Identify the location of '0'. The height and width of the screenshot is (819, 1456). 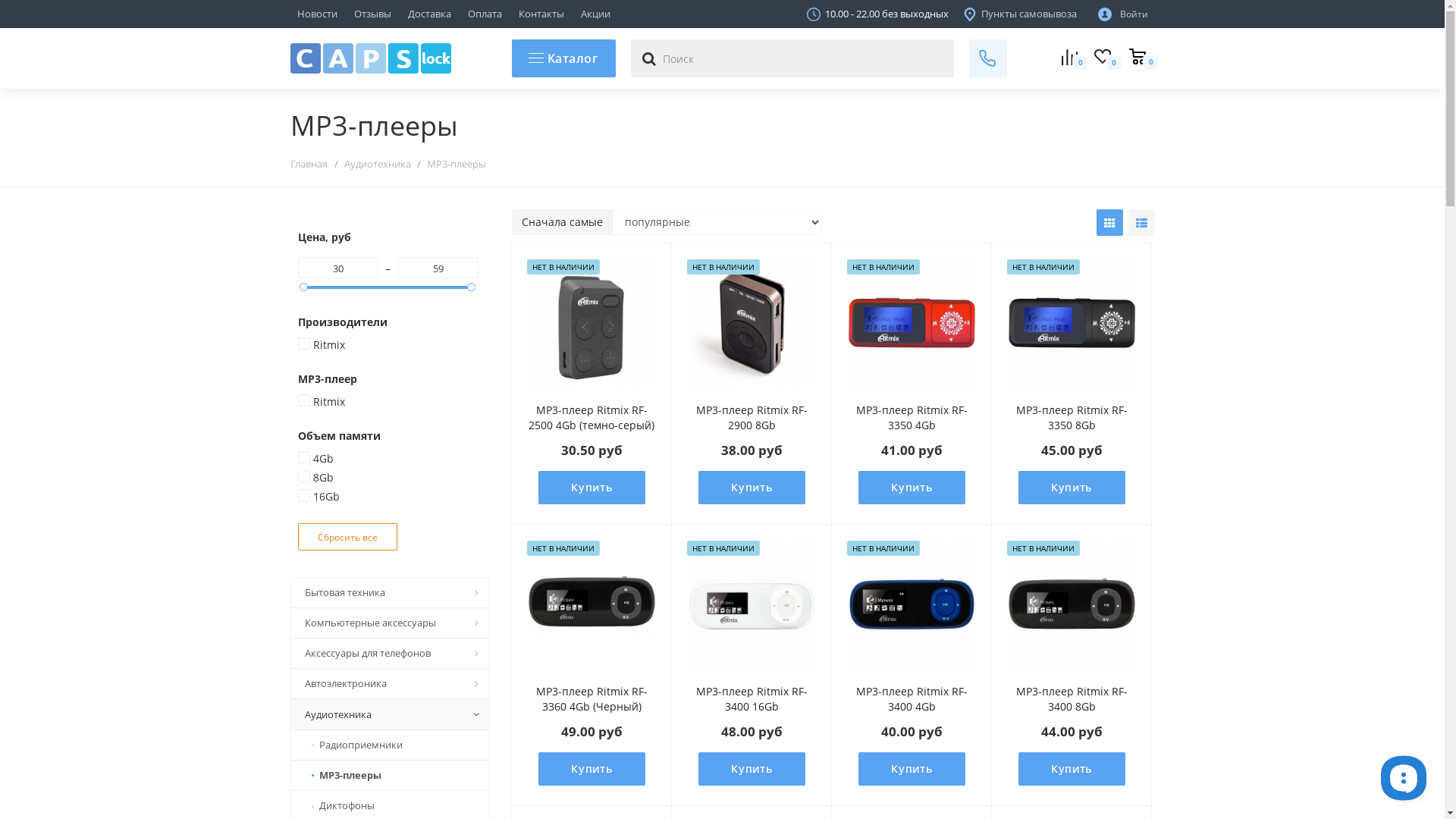
(1136, 57).